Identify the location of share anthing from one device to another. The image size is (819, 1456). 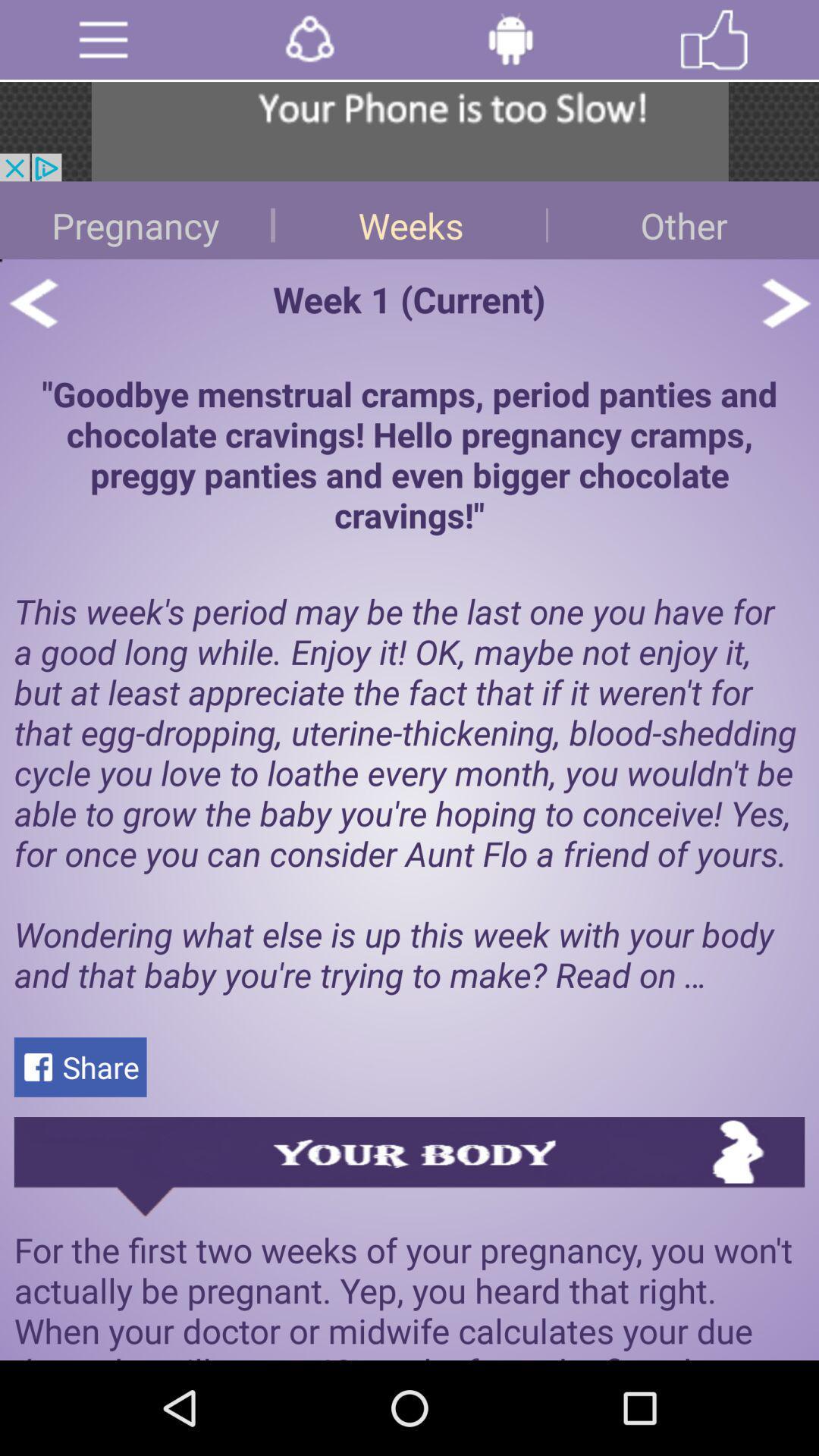
(309, 39).